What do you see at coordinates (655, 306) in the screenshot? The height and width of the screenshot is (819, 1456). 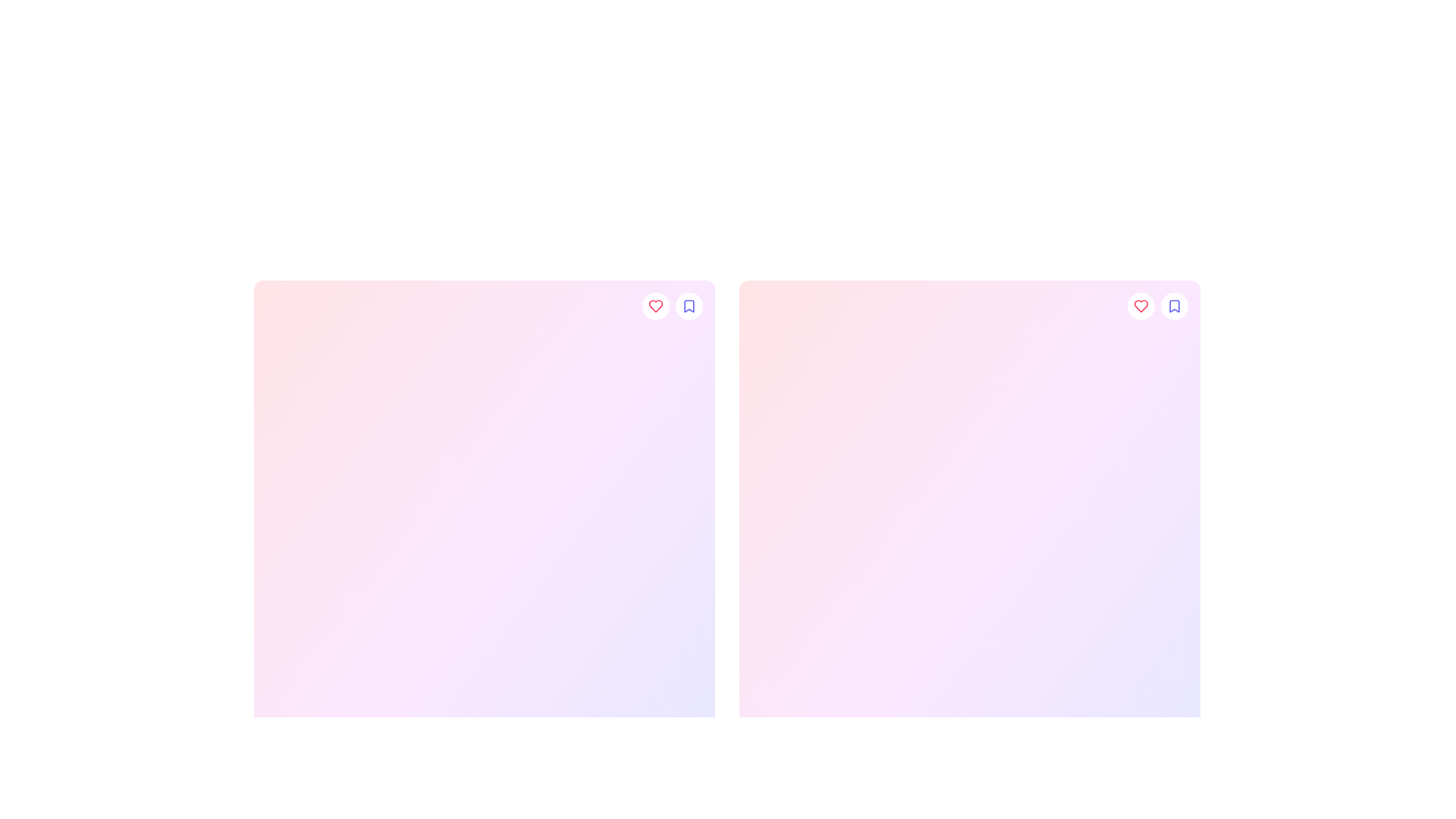 I see `the circular button with a white background and a red heart icon` at bounding box center [655, 306].